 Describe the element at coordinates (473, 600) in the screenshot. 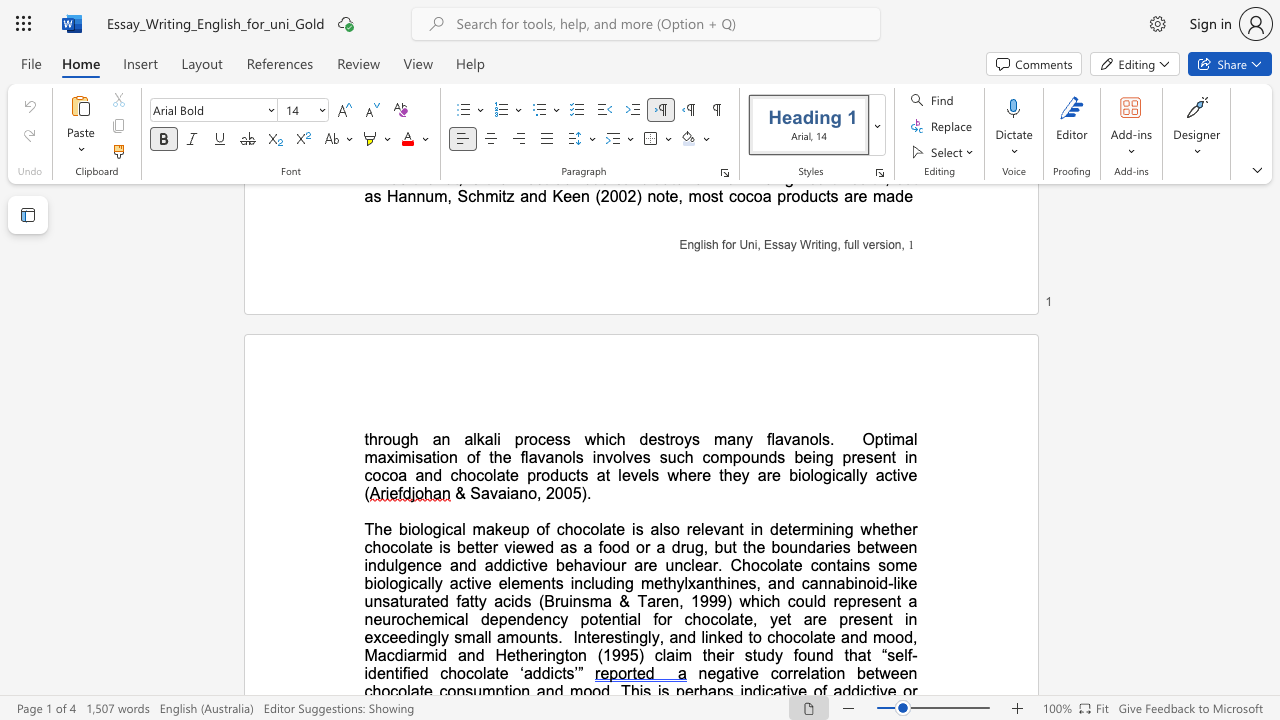

I see `the subset text "ty acids (Bruinsma & T" within the text "some biologically active elements including methylxanthines, and cannabinoid-like unsaturated fatty acids (Bruinsma & Taren, 1999) which could"` at that location.